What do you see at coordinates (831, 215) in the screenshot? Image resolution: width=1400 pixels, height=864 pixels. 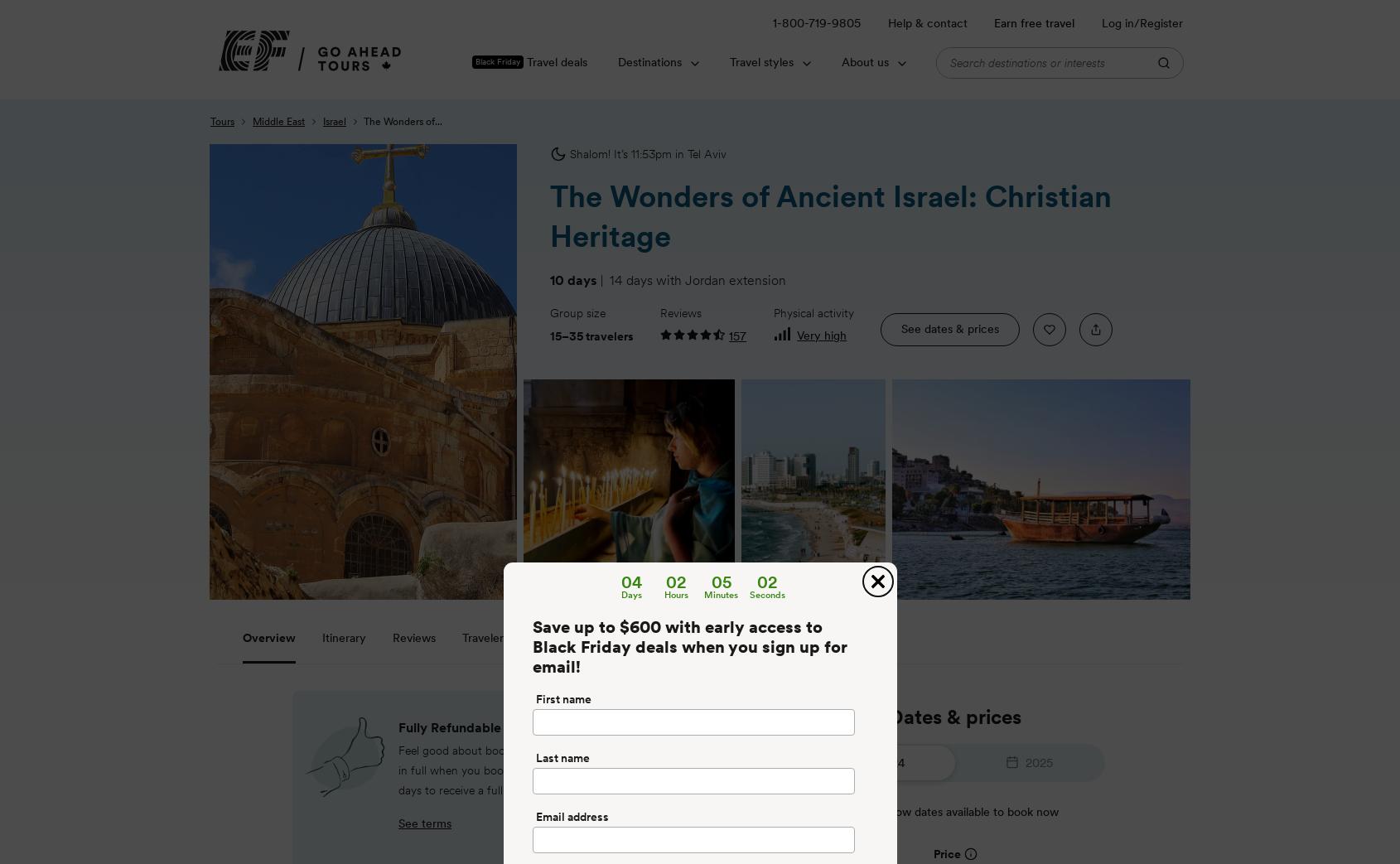 I see `'The Wonders of Ancient Israel: Christian Heritage'` at bounding box center [831, 215].